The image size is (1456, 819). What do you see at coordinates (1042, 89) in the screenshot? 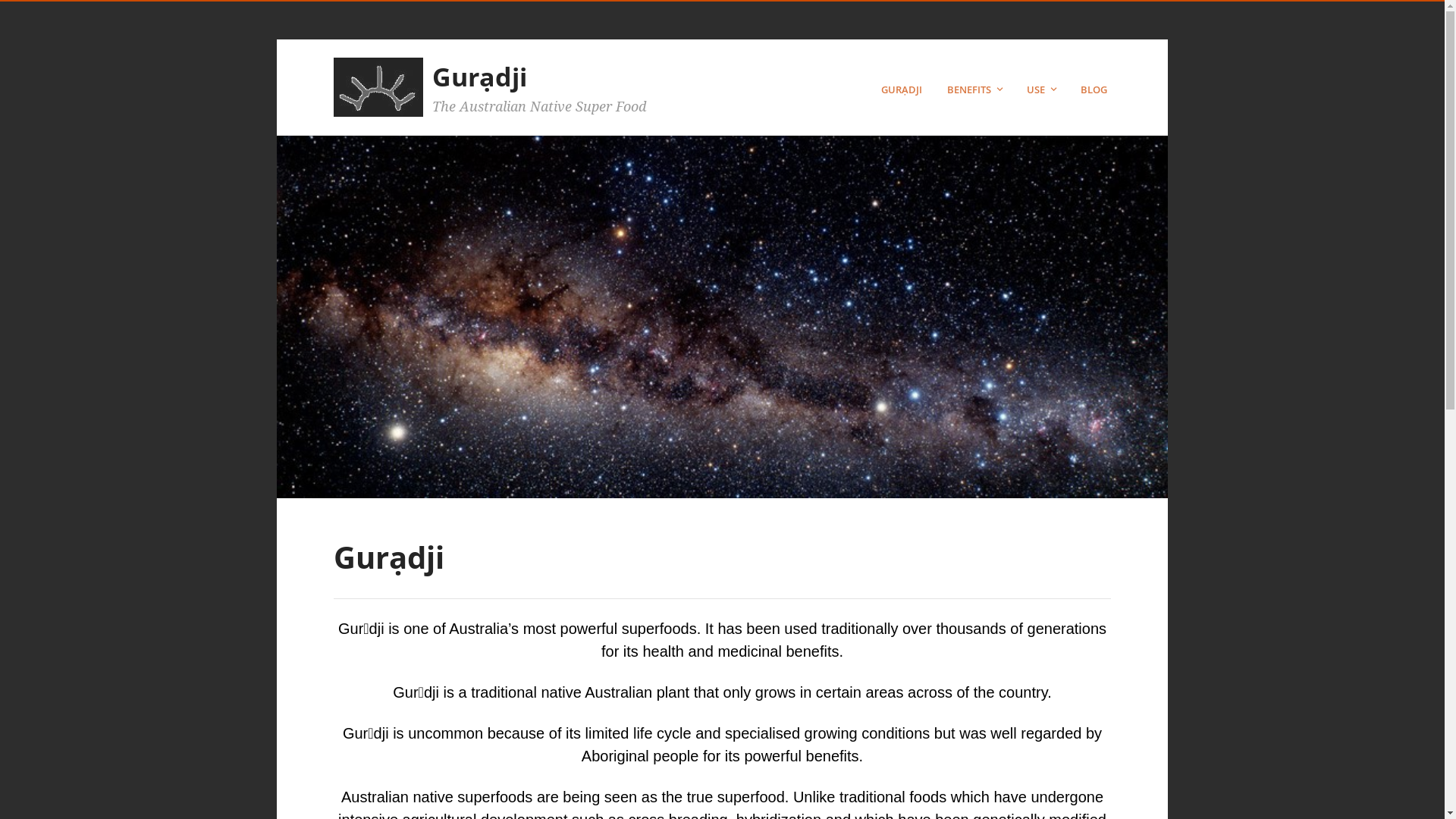
I see `'USE'` at bounding box center [1042, 89].